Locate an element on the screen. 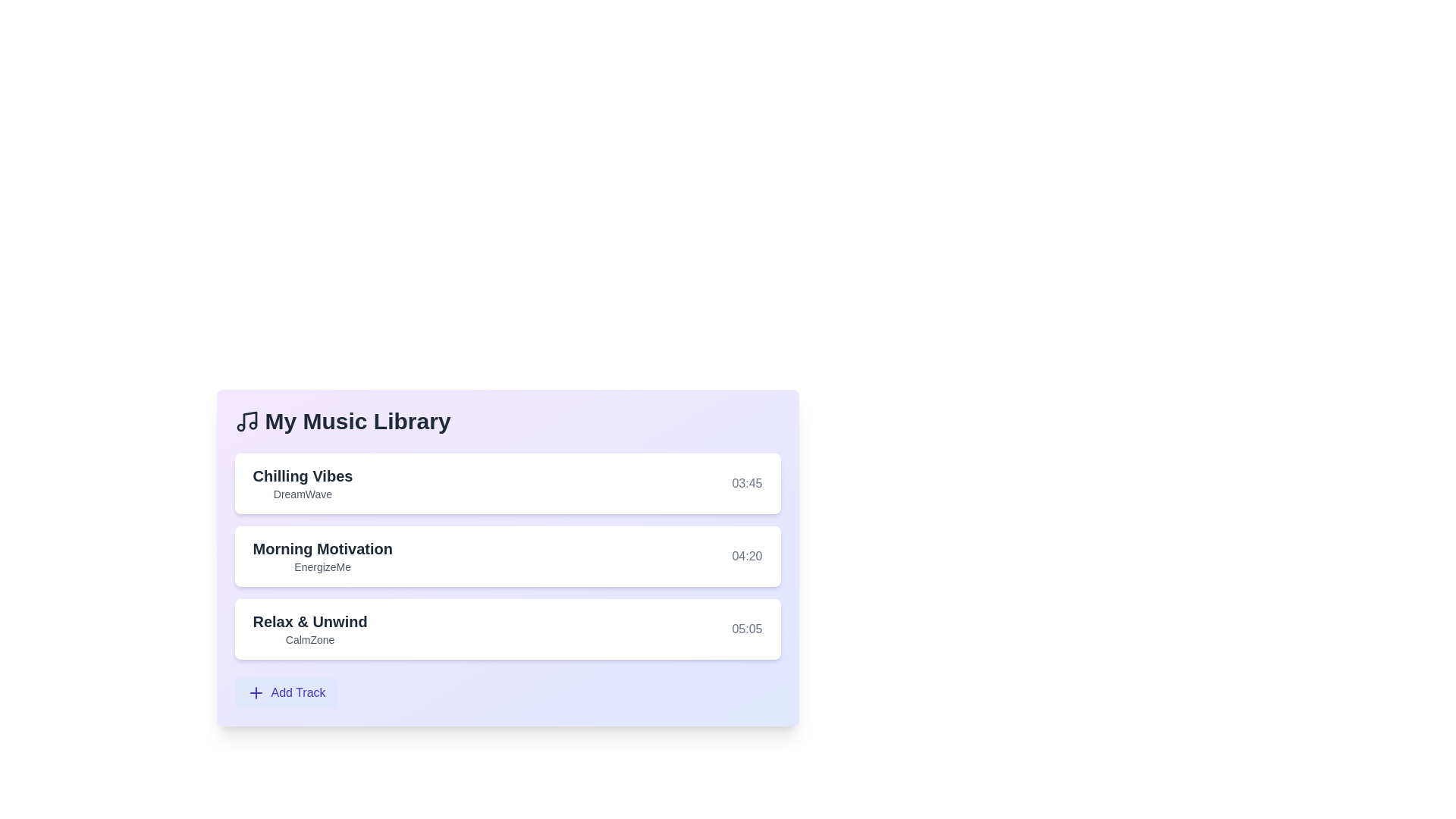 The width and height of the screenshot is (1456, 819). the duration of the track Chilling Vibes is located at coordinates (746, 483).